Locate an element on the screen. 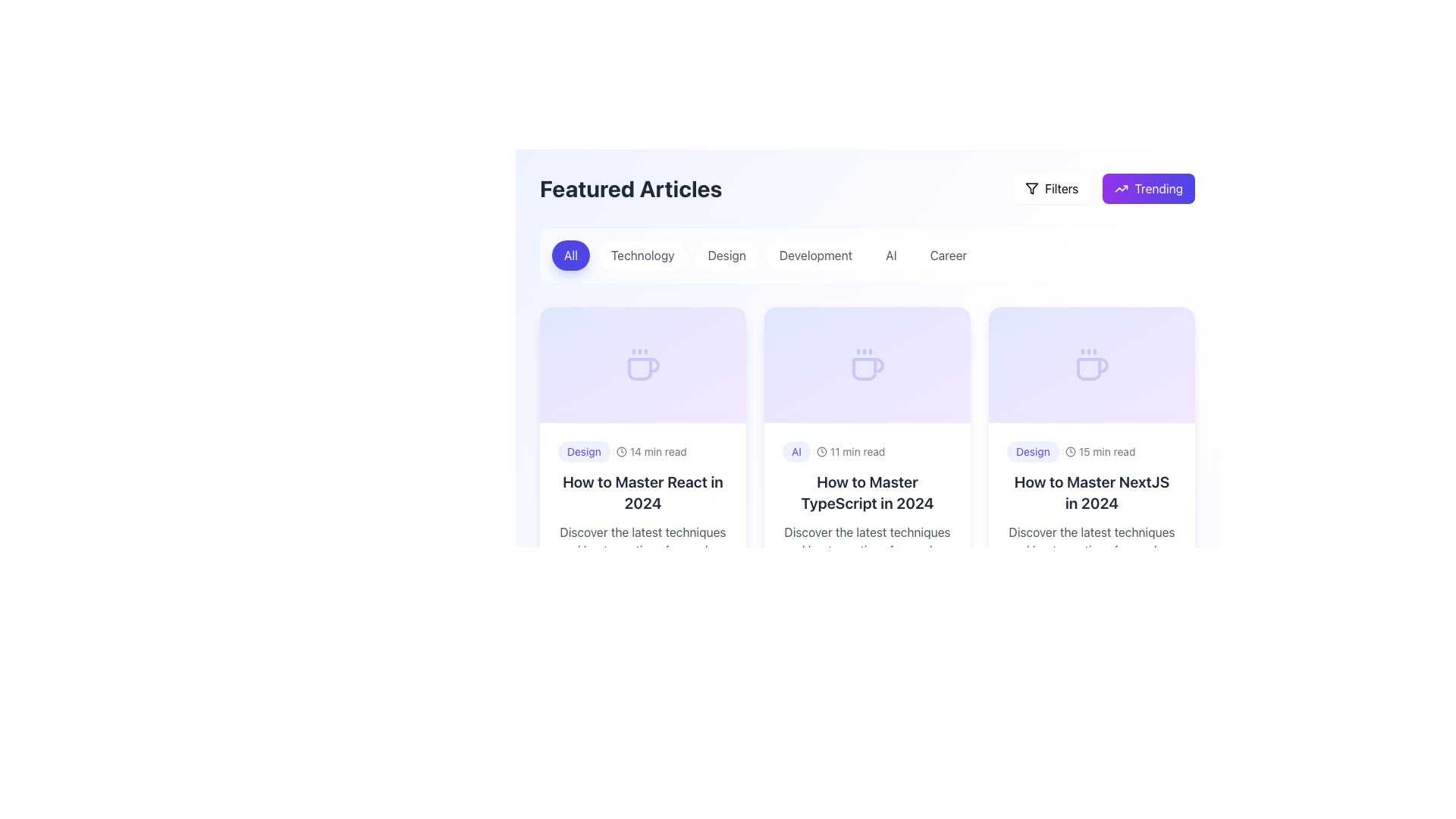 This screenshot has width=1456, height=819. the rectangular button labeled 'Trending' with a gradient background from purple to indigo is located at coordinates (1149, 188).